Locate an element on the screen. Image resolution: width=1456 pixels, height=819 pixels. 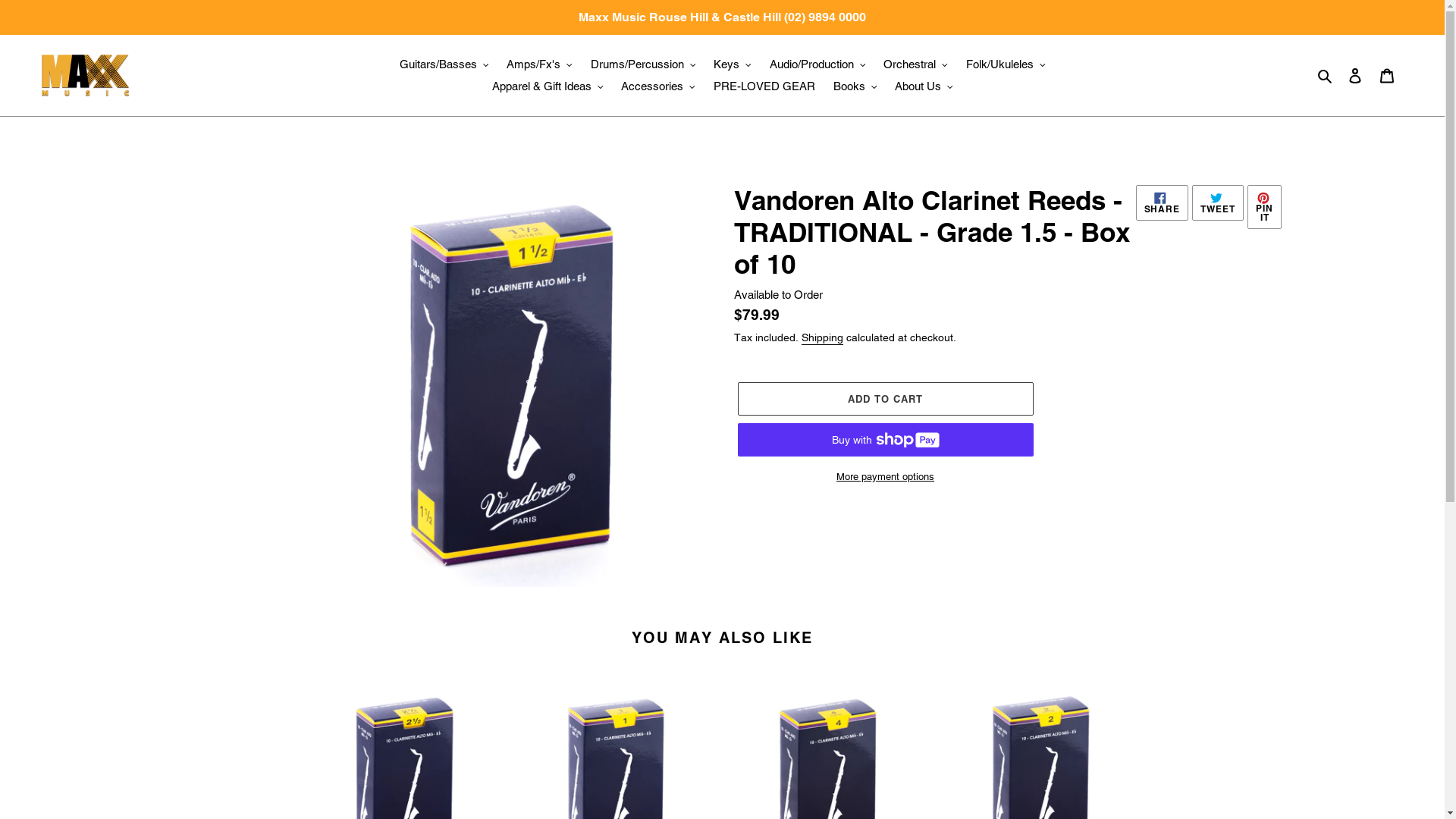
'Drums/Percussion' is located at coordinates (582, 64).